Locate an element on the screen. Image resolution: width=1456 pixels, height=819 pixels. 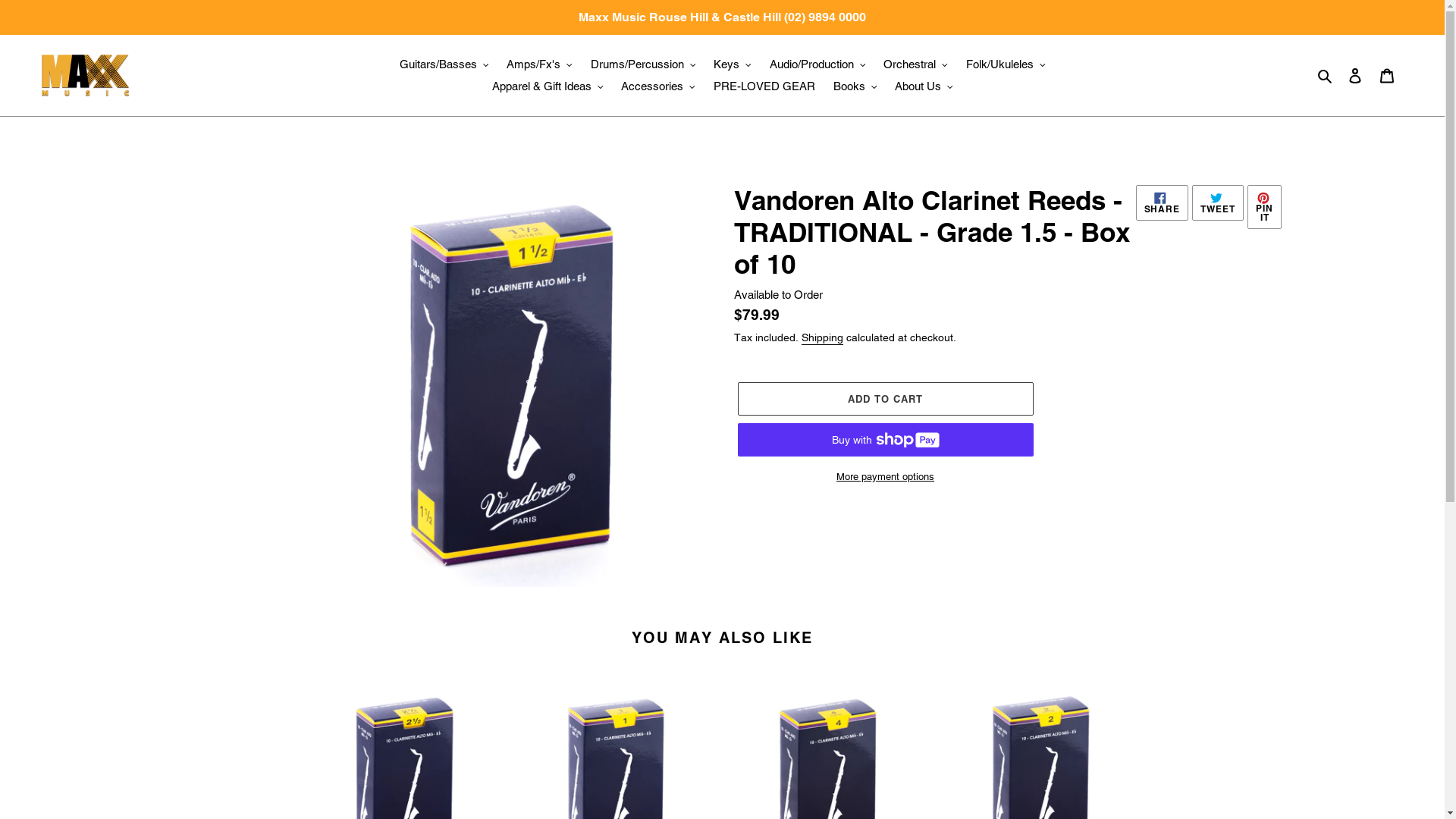
'Drums/Percussion' is located at coordinates (582, 64).